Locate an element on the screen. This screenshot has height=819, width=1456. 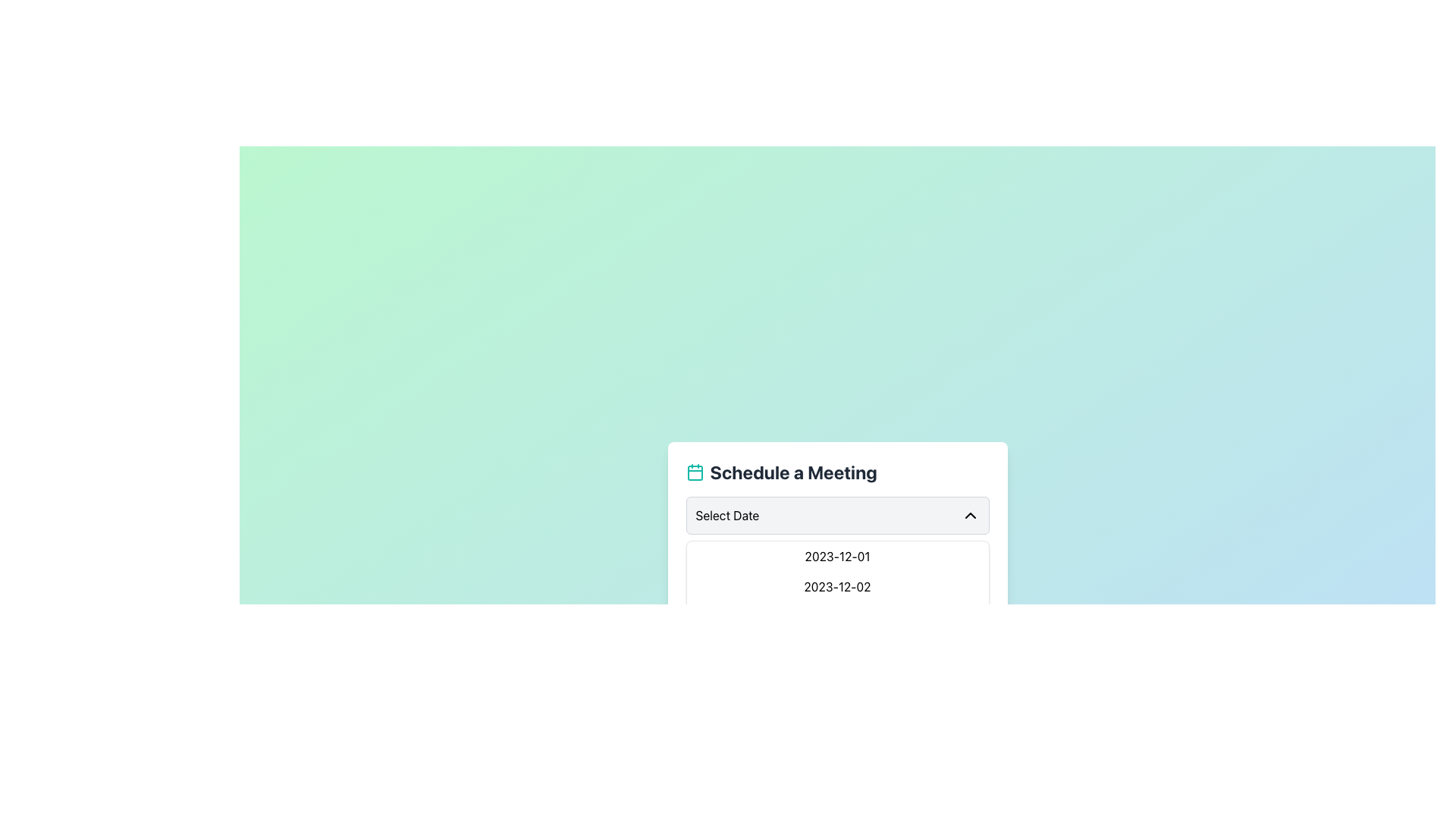
the second selectable date option in the date selector interface is located at coordinates (836, 586).